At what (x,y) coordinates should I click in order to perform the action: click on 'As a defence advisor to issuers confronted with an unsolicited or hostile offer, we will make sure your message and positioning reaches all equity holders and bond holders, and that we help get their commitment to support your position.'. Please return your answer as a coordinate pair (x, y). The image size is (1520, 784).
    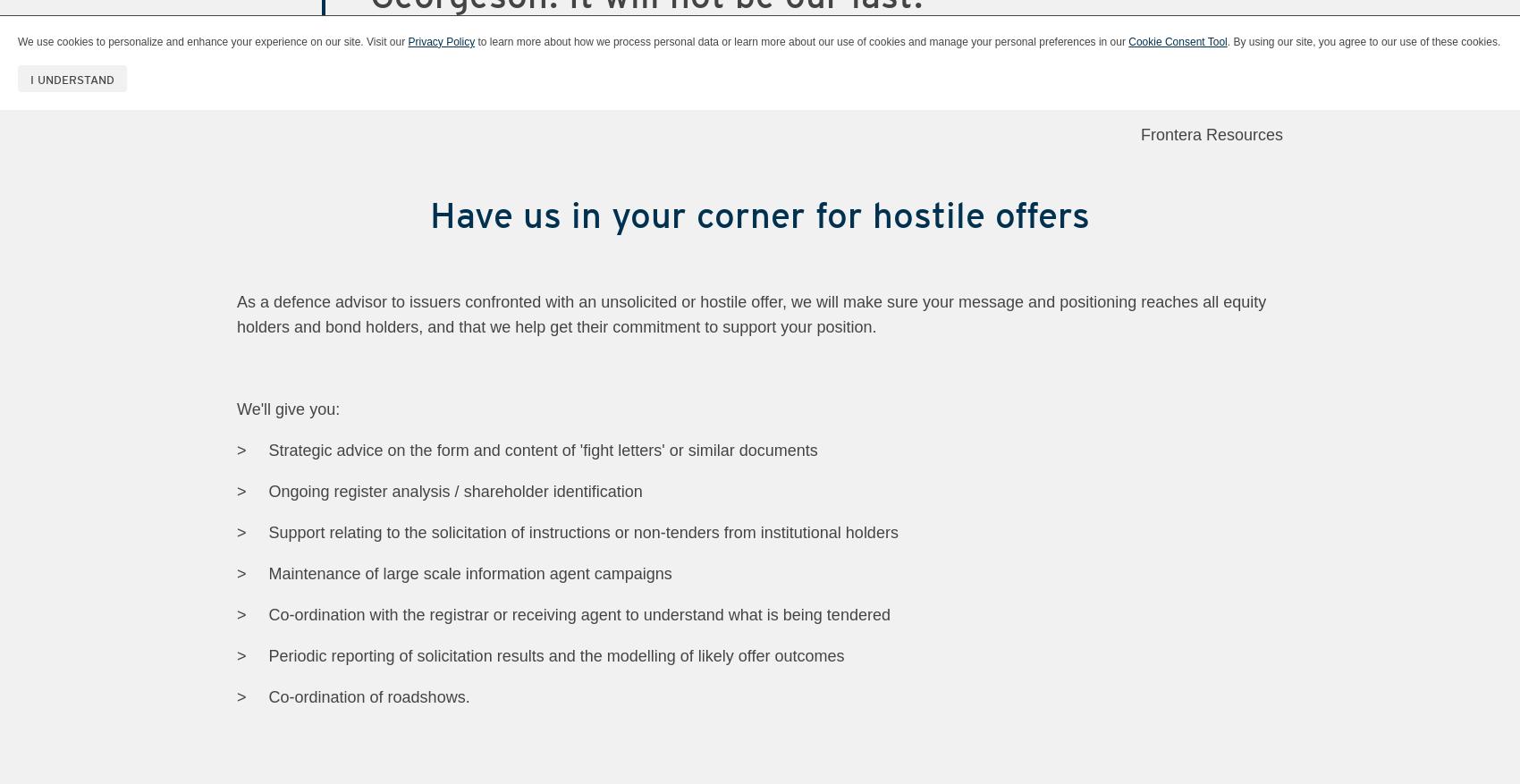
    Looking at the image, I should click on (750, 313).